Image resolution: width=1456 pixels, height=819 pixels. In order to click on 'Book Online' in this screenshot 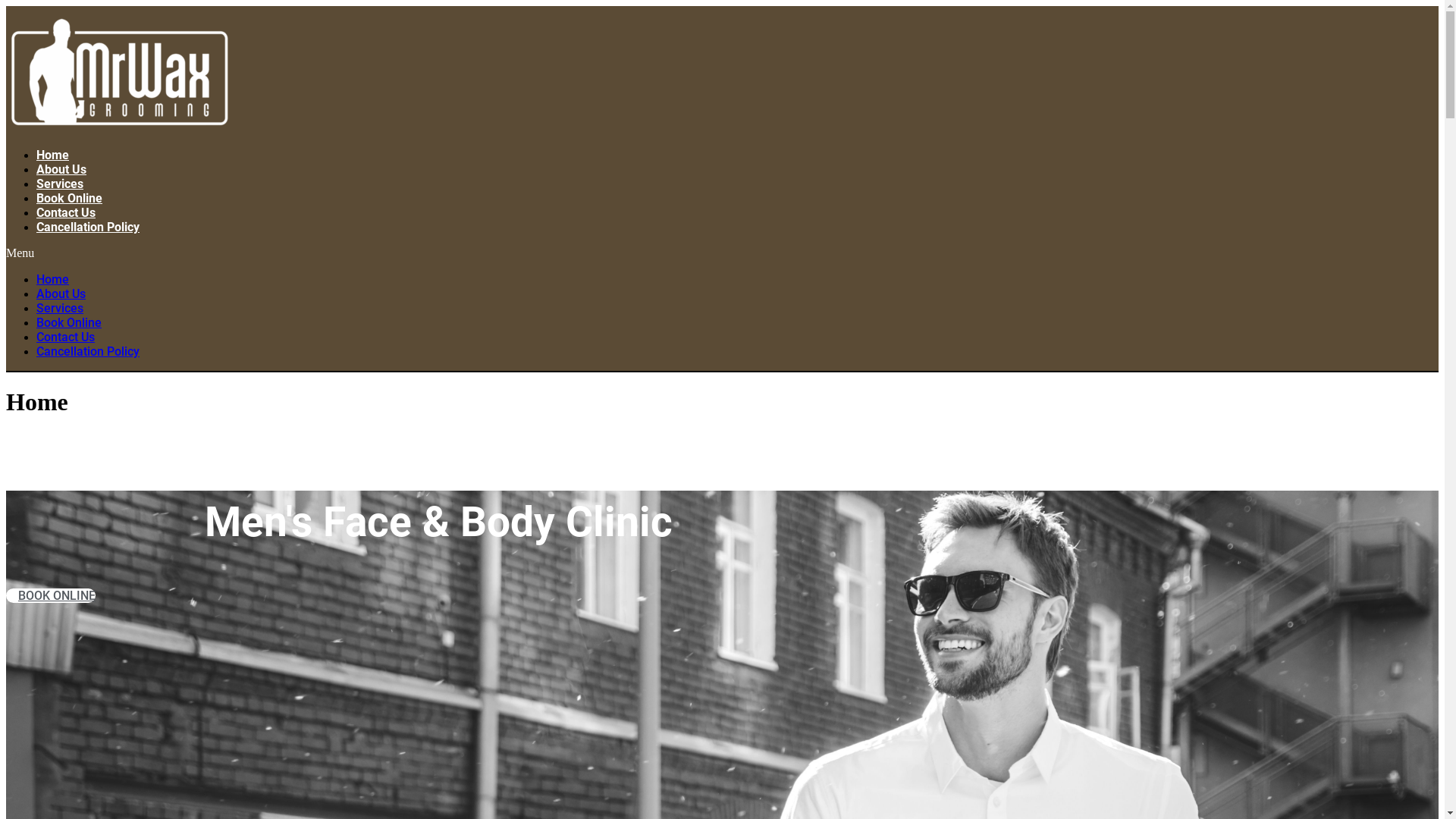, I will do `click(36, 197)`.